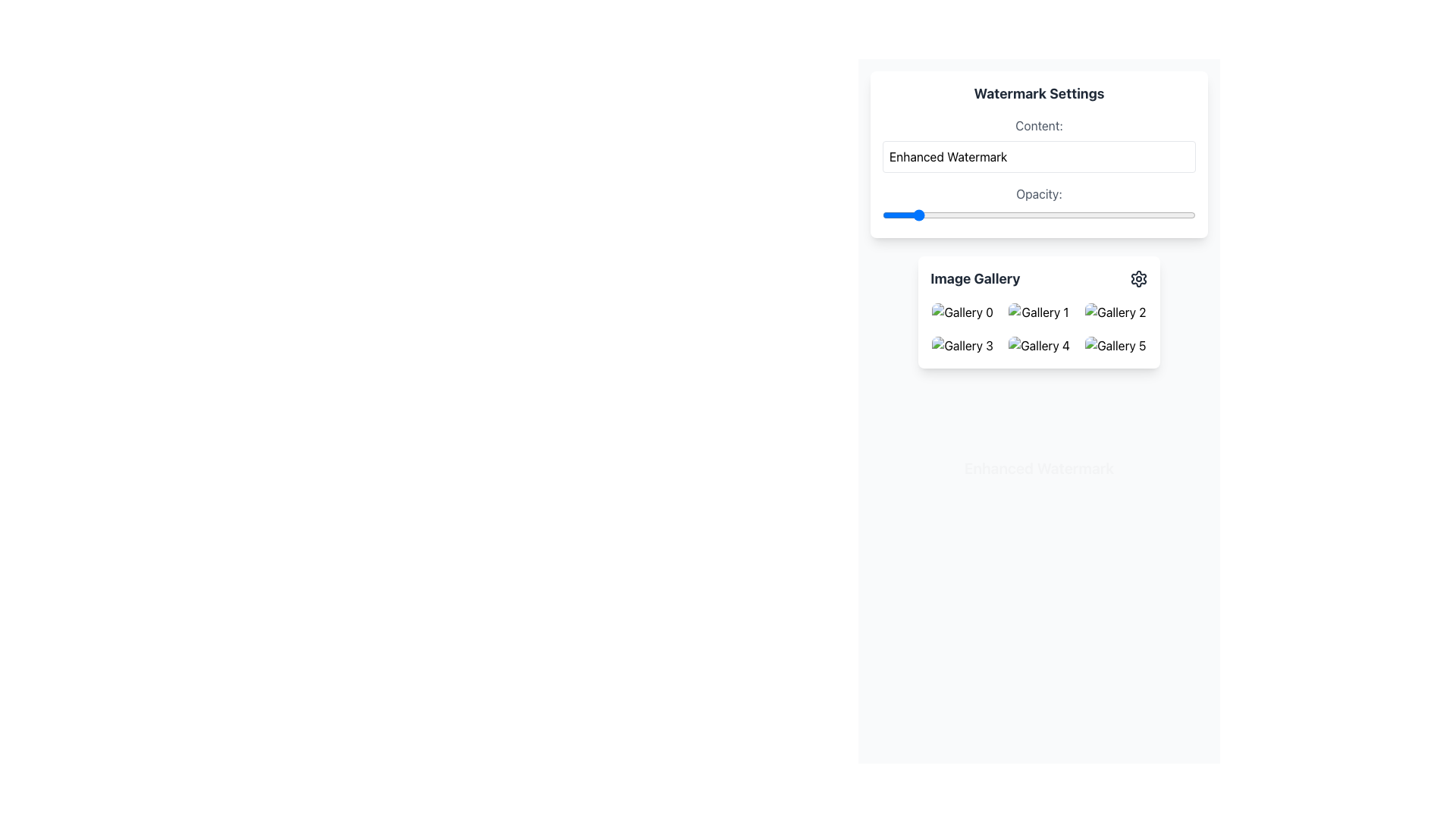 This screenshot has width=1456, height=819. I want to click on the image labeled 'Gallery 2', so click(1115, 312).